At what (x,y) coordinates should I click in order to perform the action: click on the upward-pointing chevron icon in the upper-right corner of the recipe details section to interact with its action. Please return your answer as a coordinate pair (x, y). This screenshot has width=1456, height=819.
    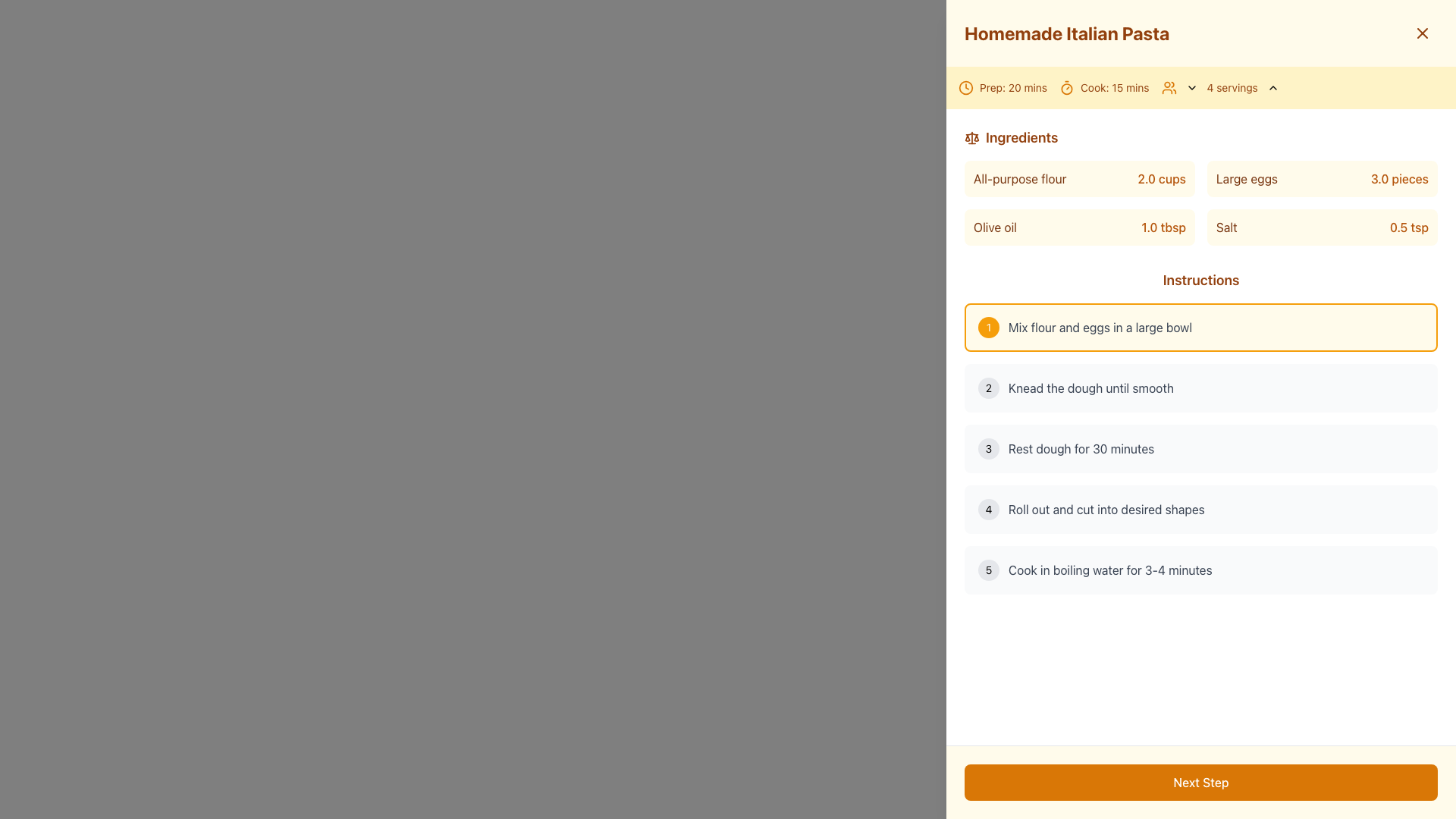
    Looking at the image, I should click on (1272, 87).